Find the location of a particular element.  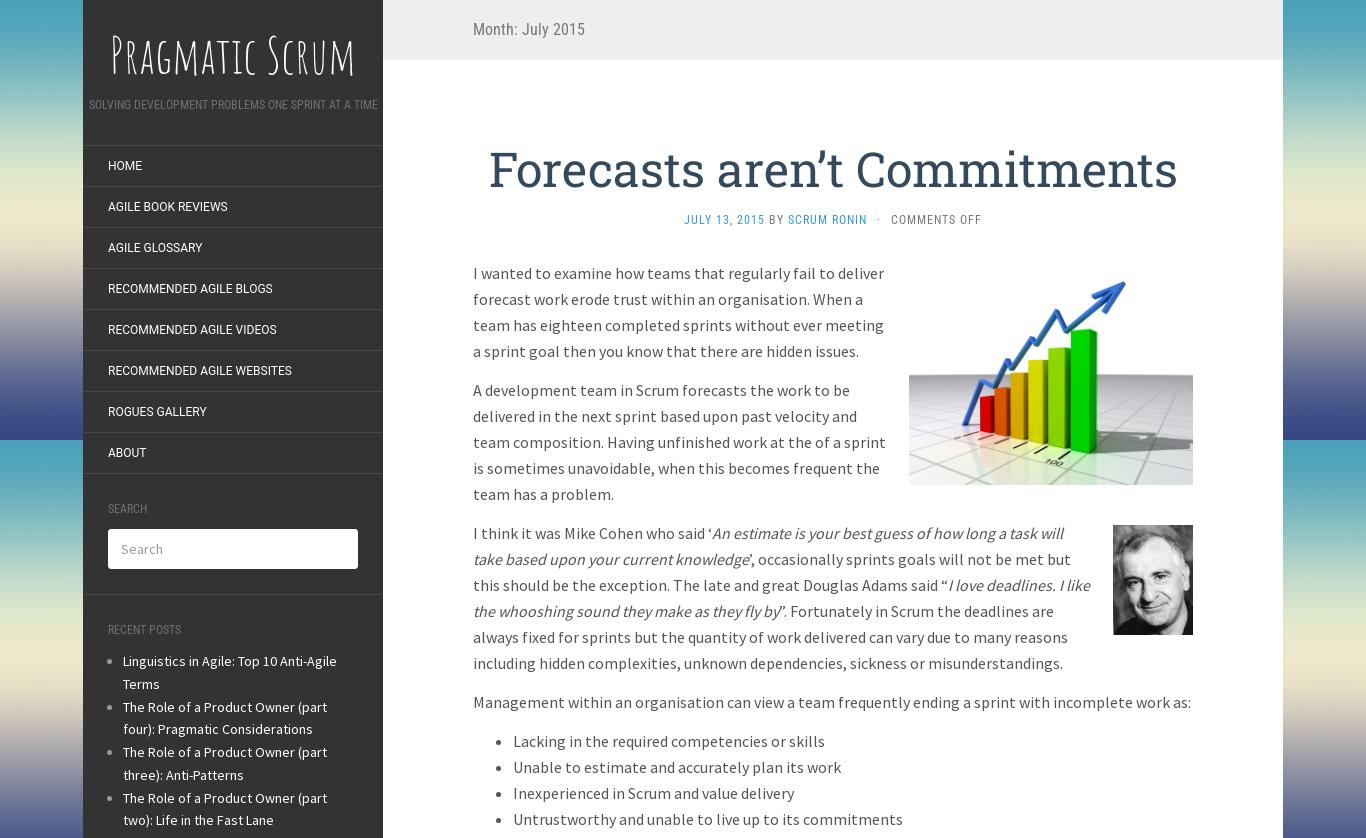

'Agile Book Reviews' is located at coordinates (166, 206).